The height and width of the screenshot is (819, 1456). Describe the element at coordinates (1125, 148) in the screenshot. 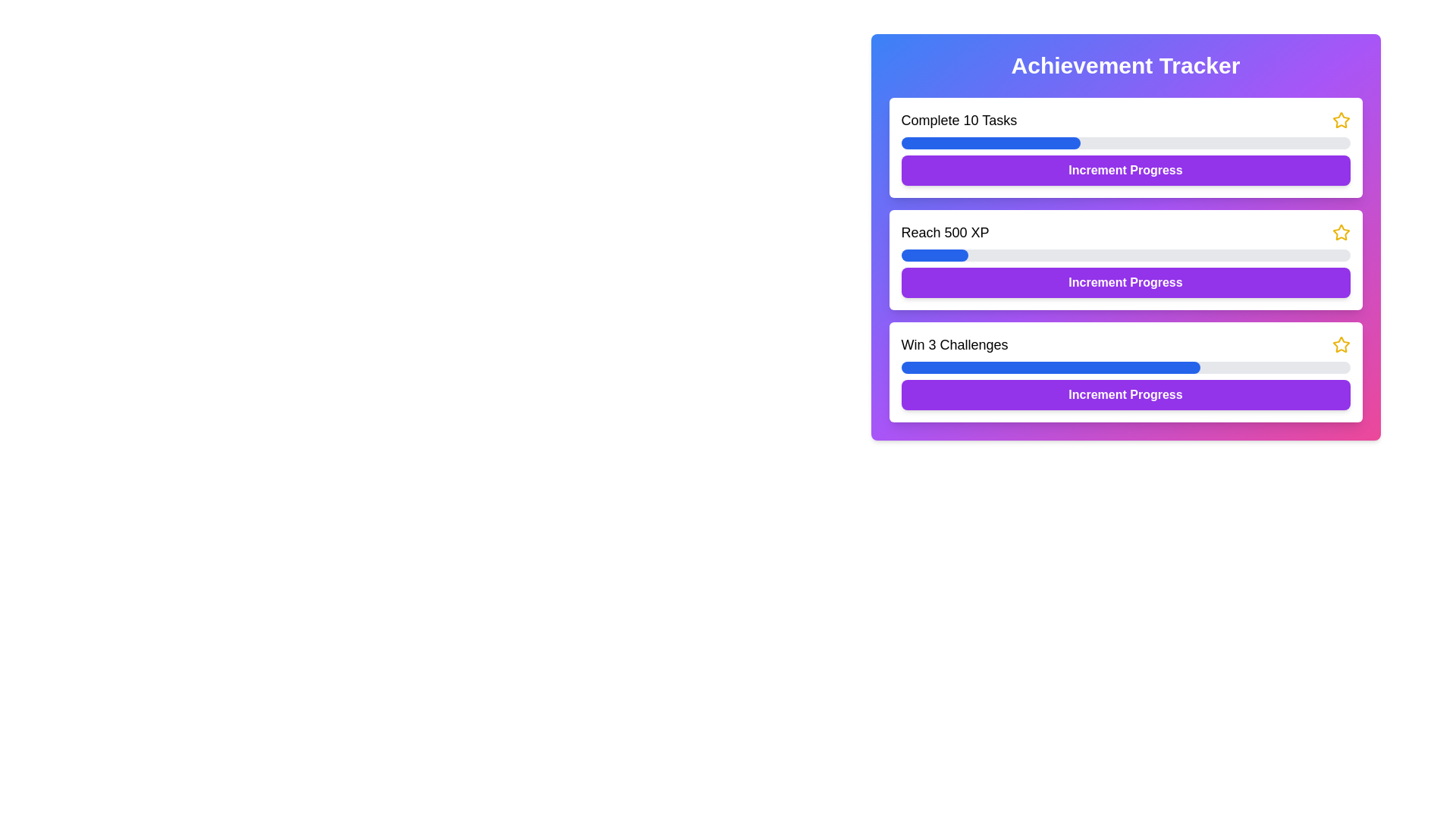

I see `the progress bar of the first task card in the 'Achievement Tracker' section, which displays the goal 'Complete 10 Tasks'` at that location.